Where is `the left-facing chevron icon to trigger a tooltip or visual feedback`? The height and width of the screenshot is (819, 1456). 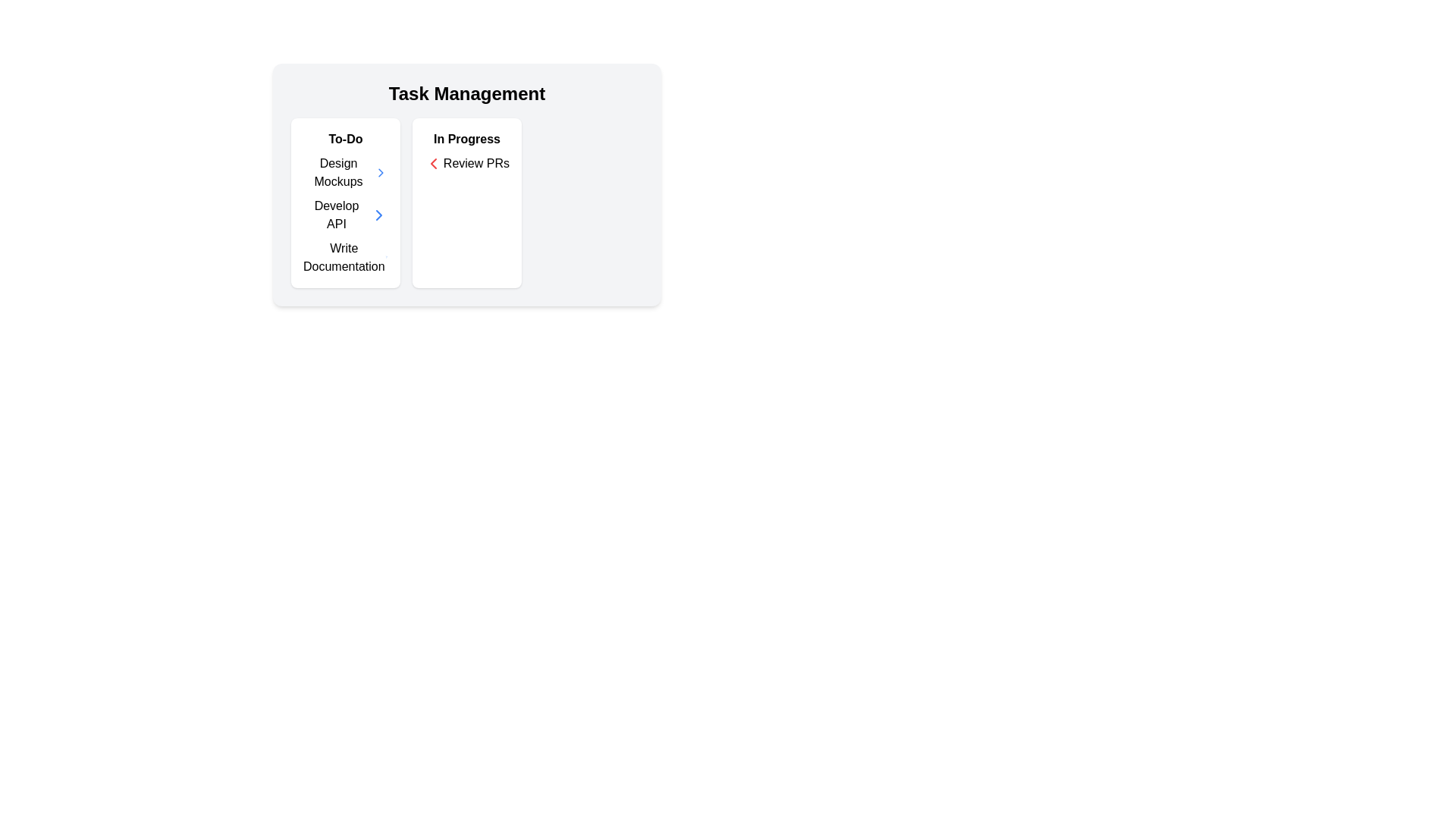 the left-facing chevron icon to trigger a tooltip or visual feedback is located at coordinates (432, 164).